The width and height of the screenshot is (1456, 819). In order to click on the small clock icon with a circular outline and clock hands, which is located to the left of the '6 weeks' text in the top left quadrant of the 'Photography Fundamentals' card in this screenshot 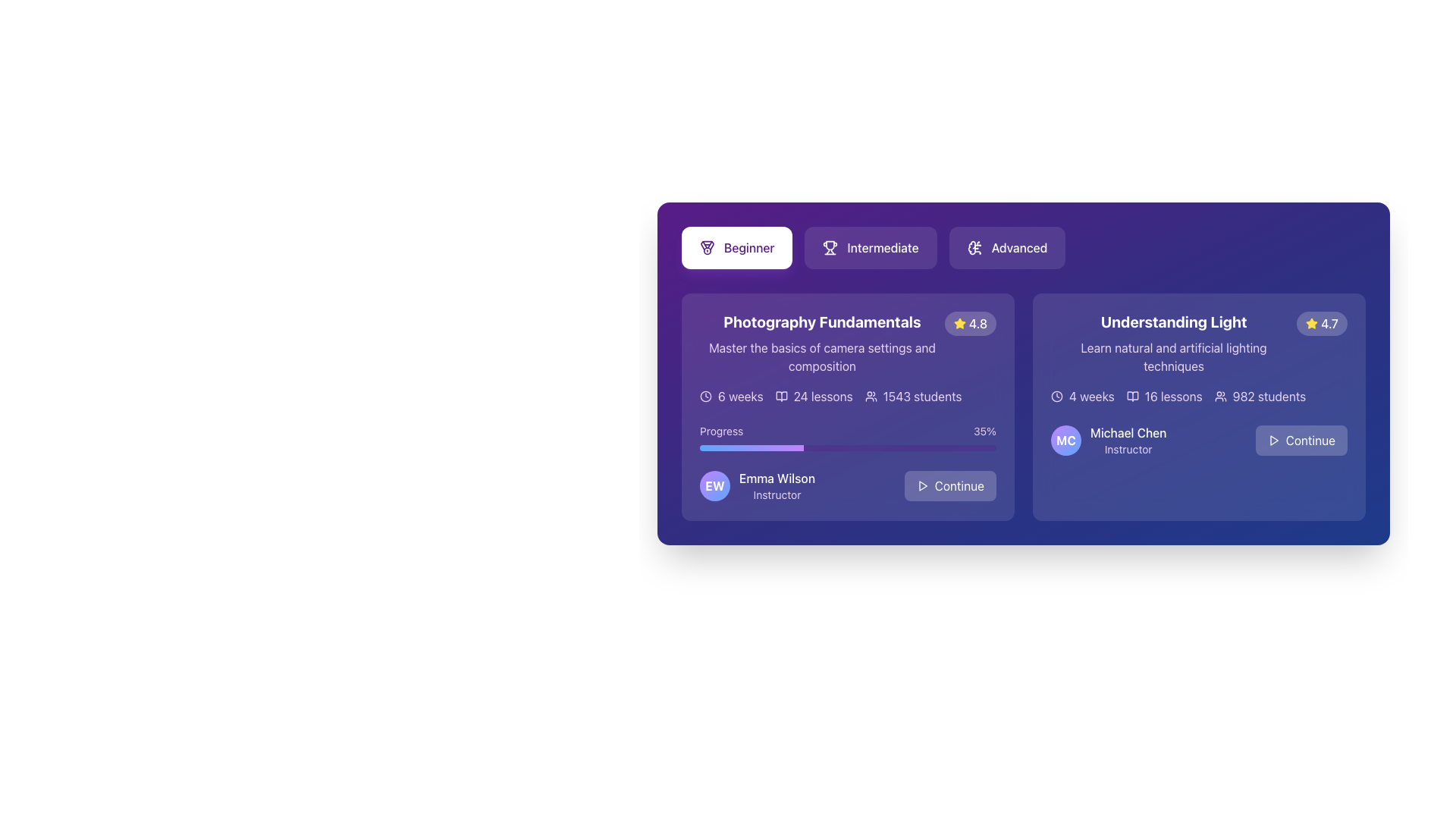, I will do `click(705, 396)`.